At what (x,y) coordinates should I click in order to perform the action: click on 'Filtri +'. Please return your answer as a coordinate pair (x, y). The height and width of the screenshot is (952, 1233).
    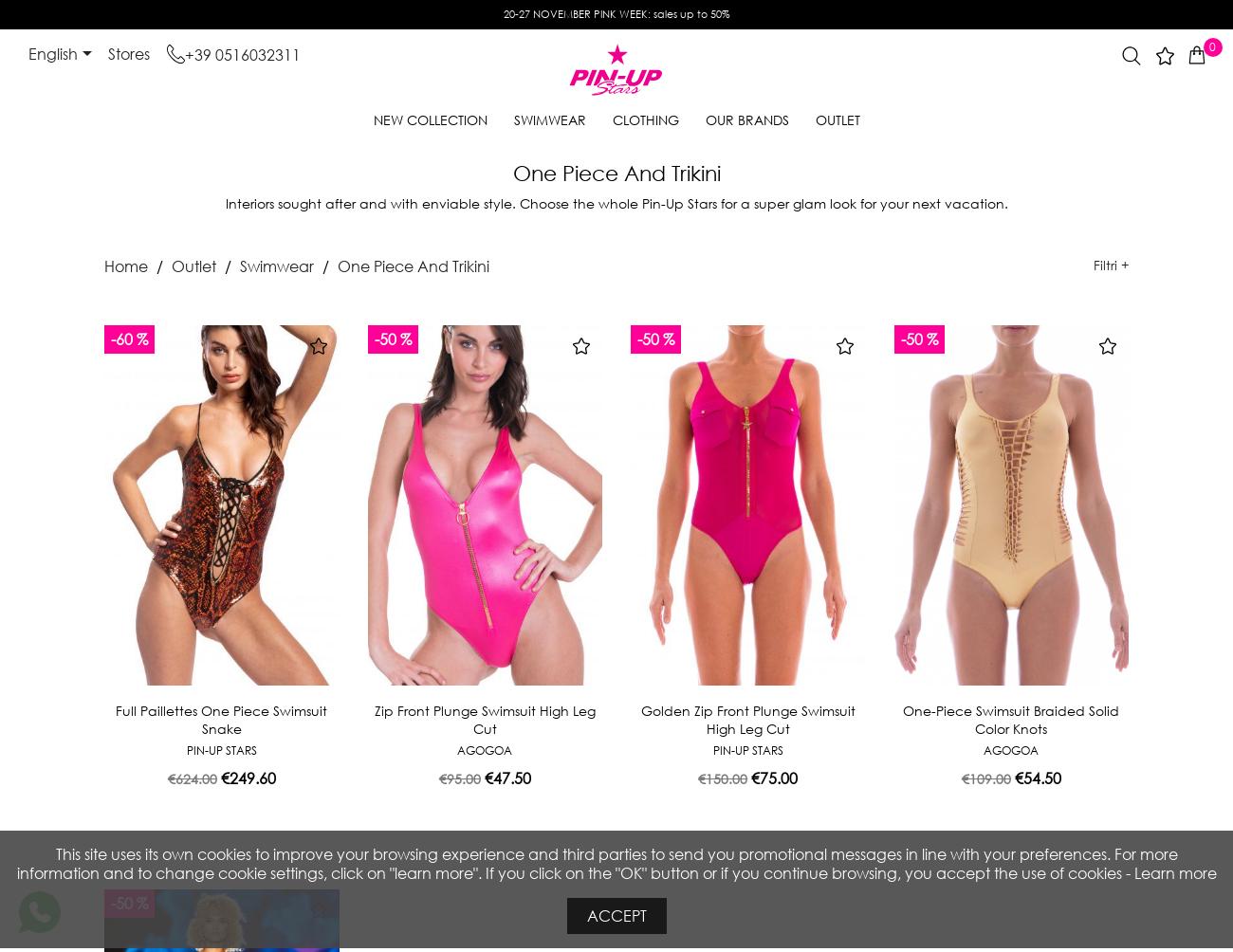
    Looking at the image, I should click on (1093, 265).